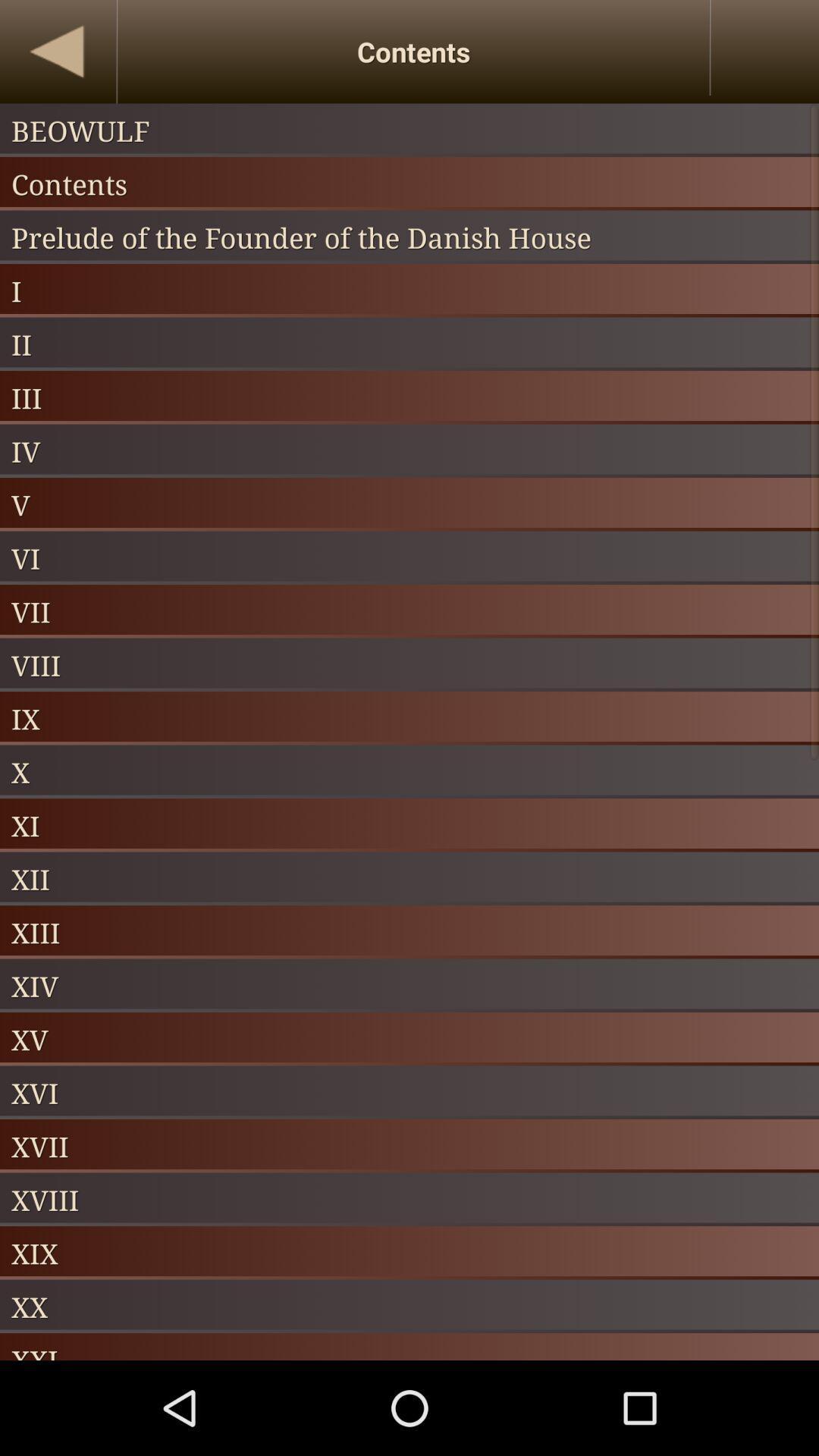  I want to click on item next to the contents icon, so click(57, 52).